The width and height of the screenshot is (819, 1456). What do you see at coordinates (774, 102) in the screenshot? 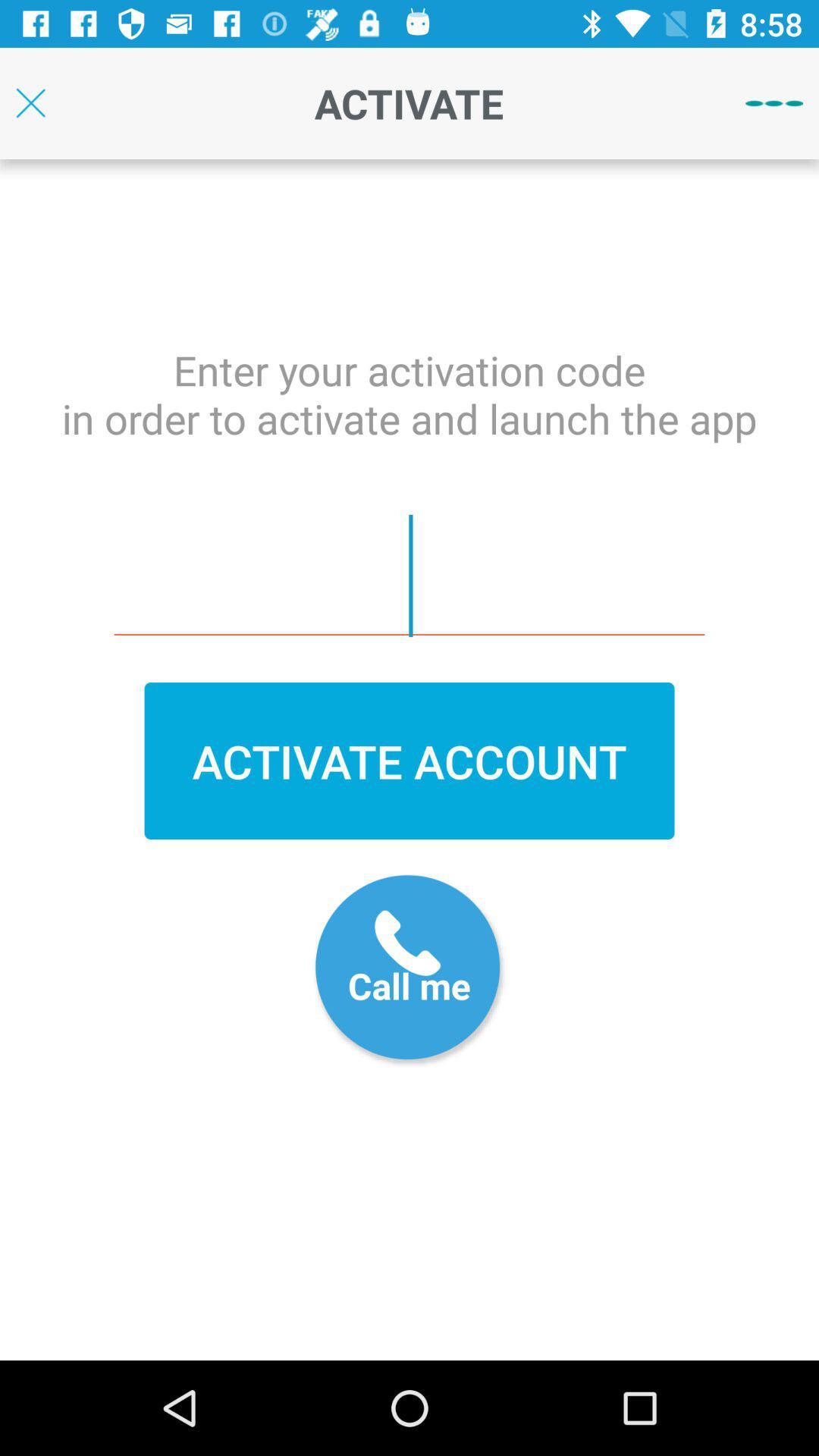
I see `open settings and options` at bounding box center [774, 102].